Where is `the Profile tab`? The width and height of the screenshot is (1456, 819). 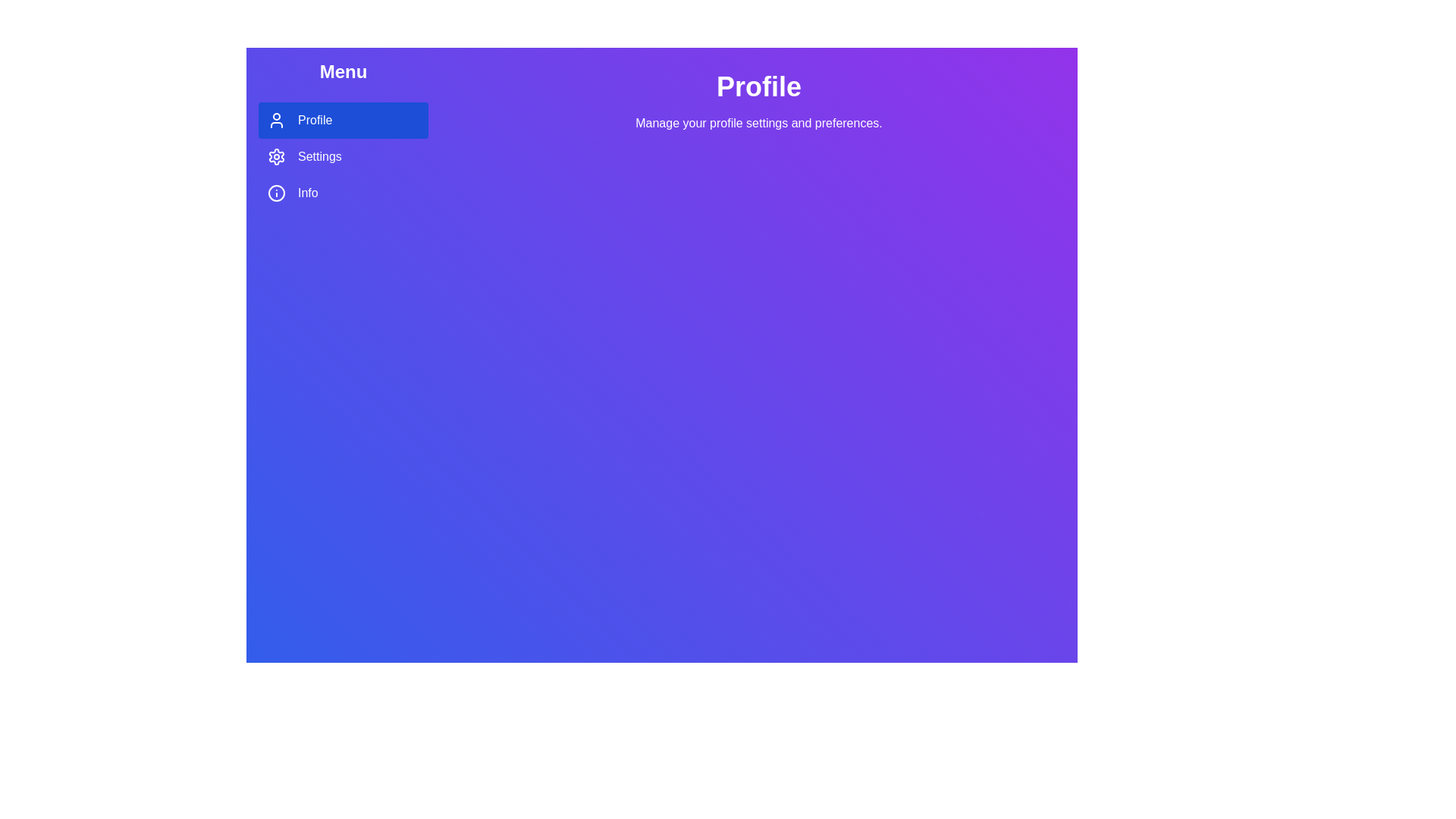
the Profile tab is located at coordinates (342, 119).